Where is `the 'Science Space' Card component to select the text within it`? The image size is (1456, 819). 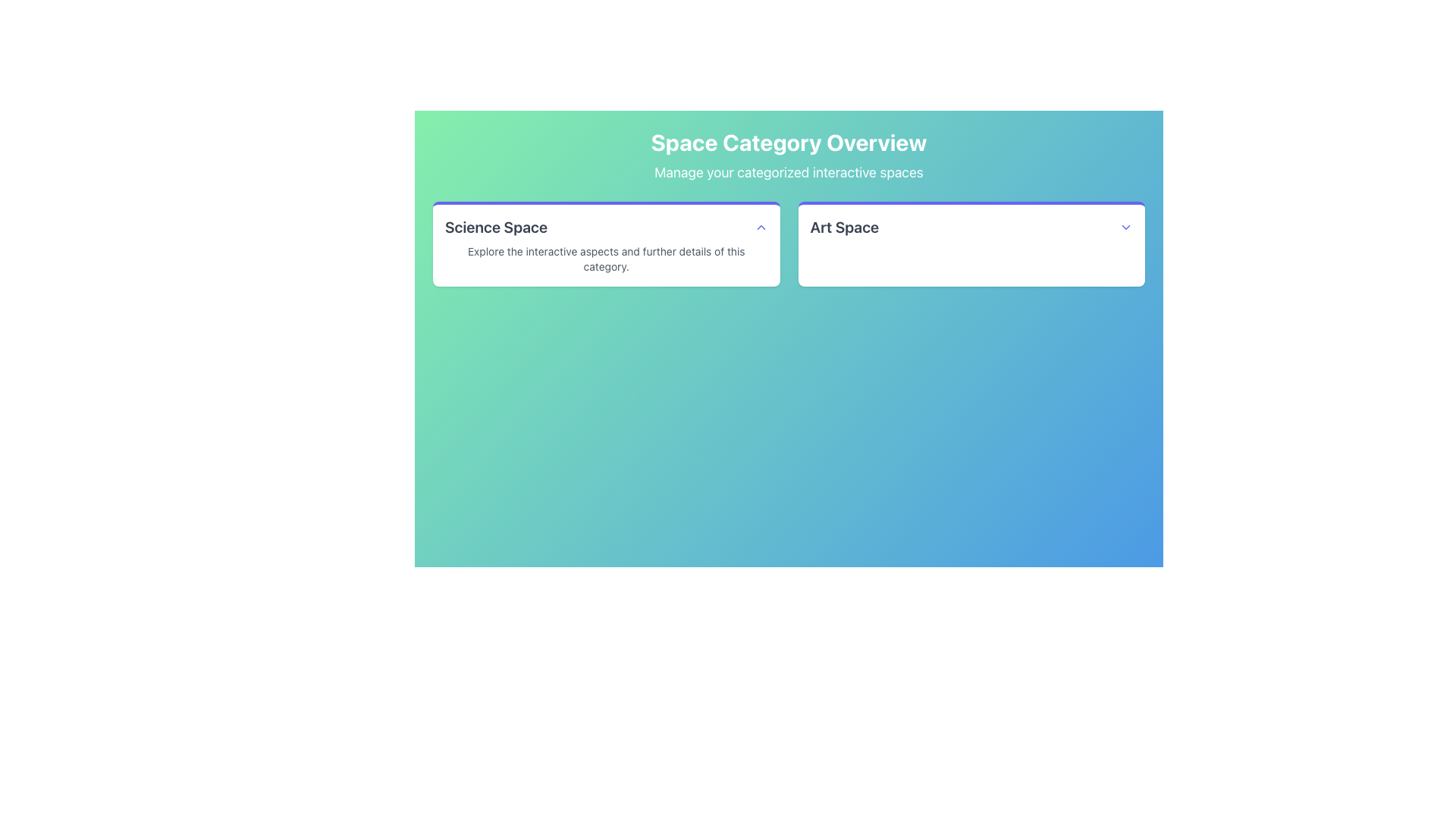 the 'Science Space' Card component to select the text within it is located at coordinates (605, 243).